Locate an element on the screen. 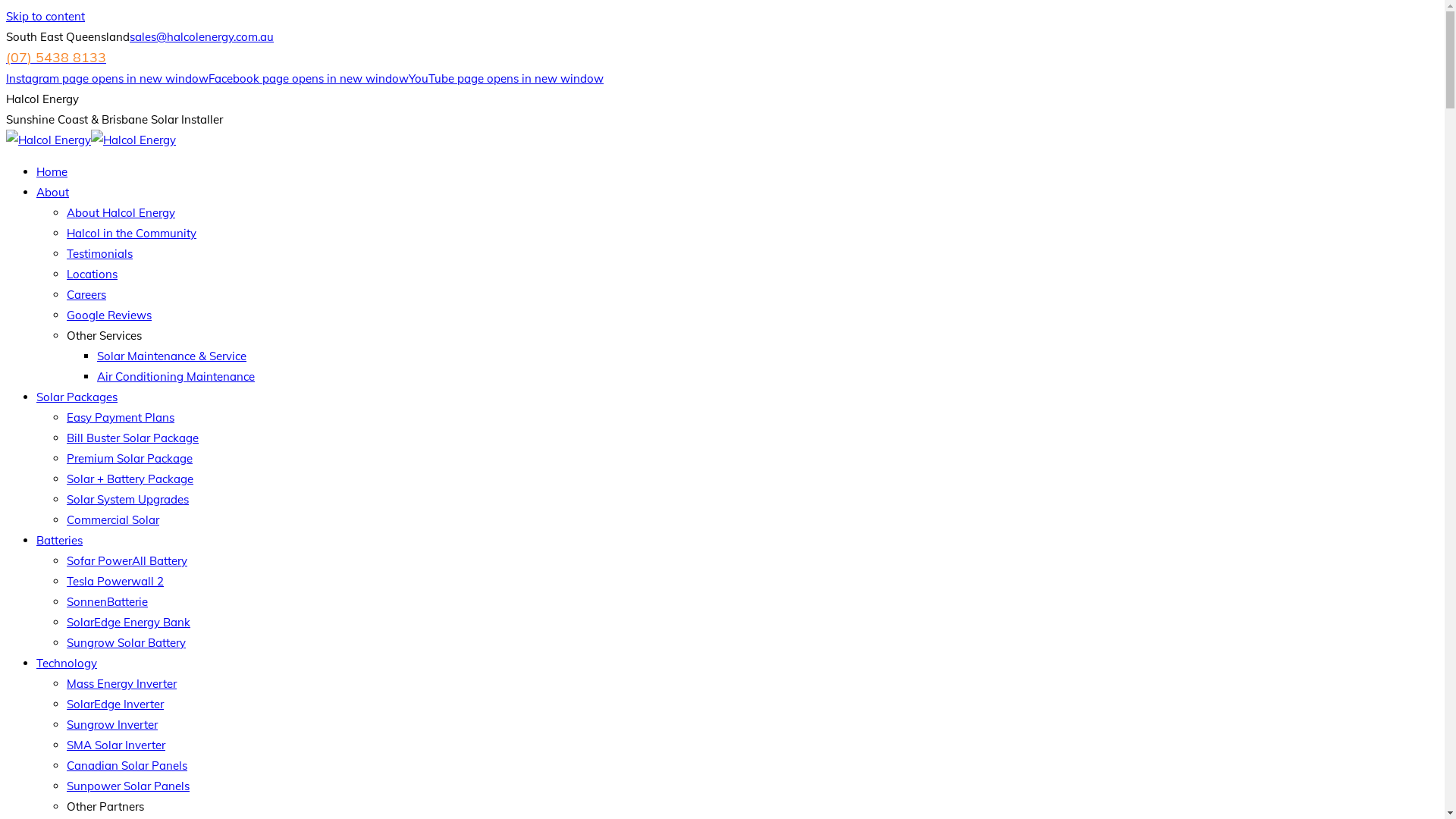  'Commercial Solar' is located at coordinates (111, 519).